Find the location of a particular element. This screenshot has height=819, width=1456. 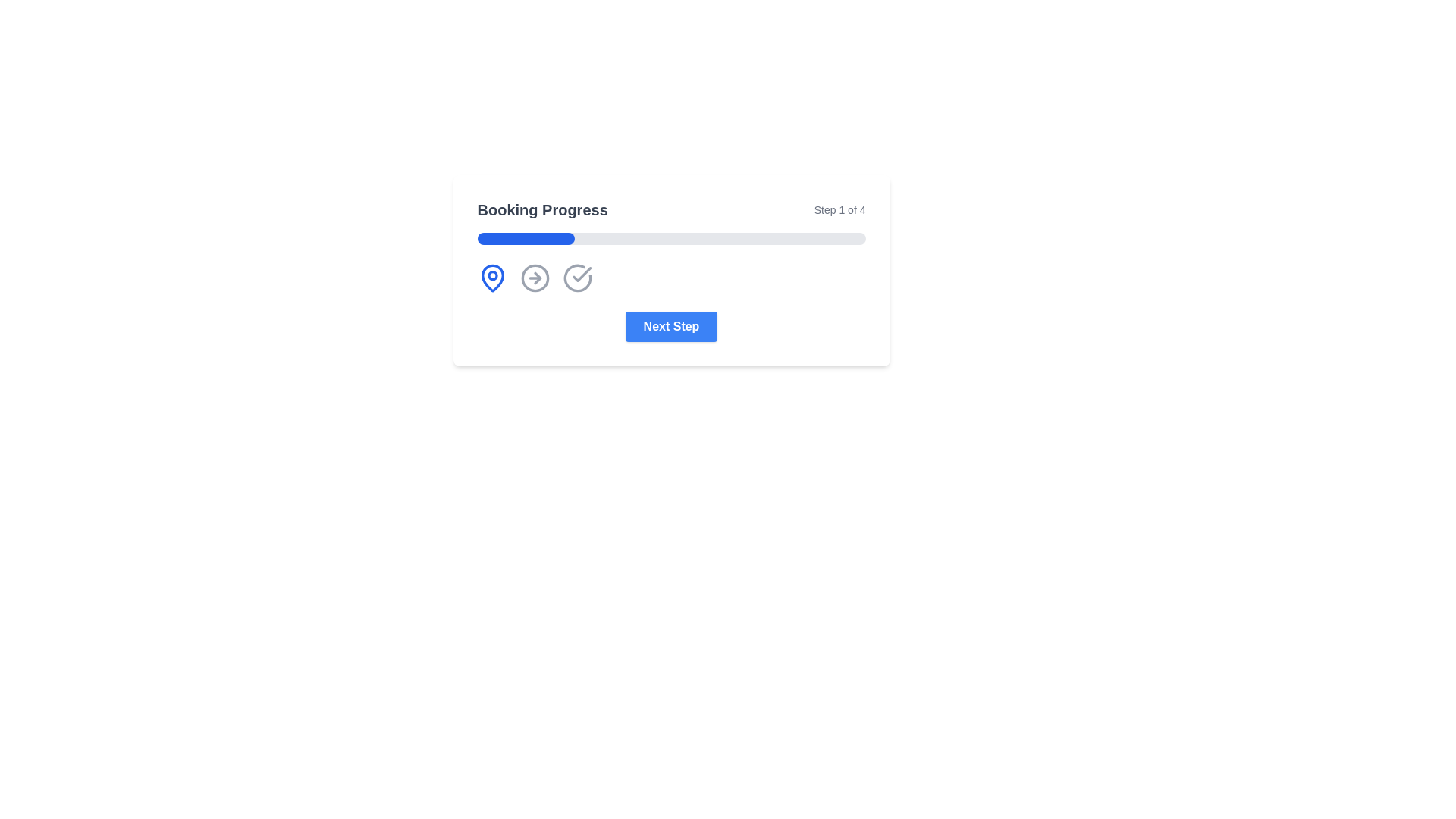

the icons in the Card component of the booking system is located at coordinates (670, 270).